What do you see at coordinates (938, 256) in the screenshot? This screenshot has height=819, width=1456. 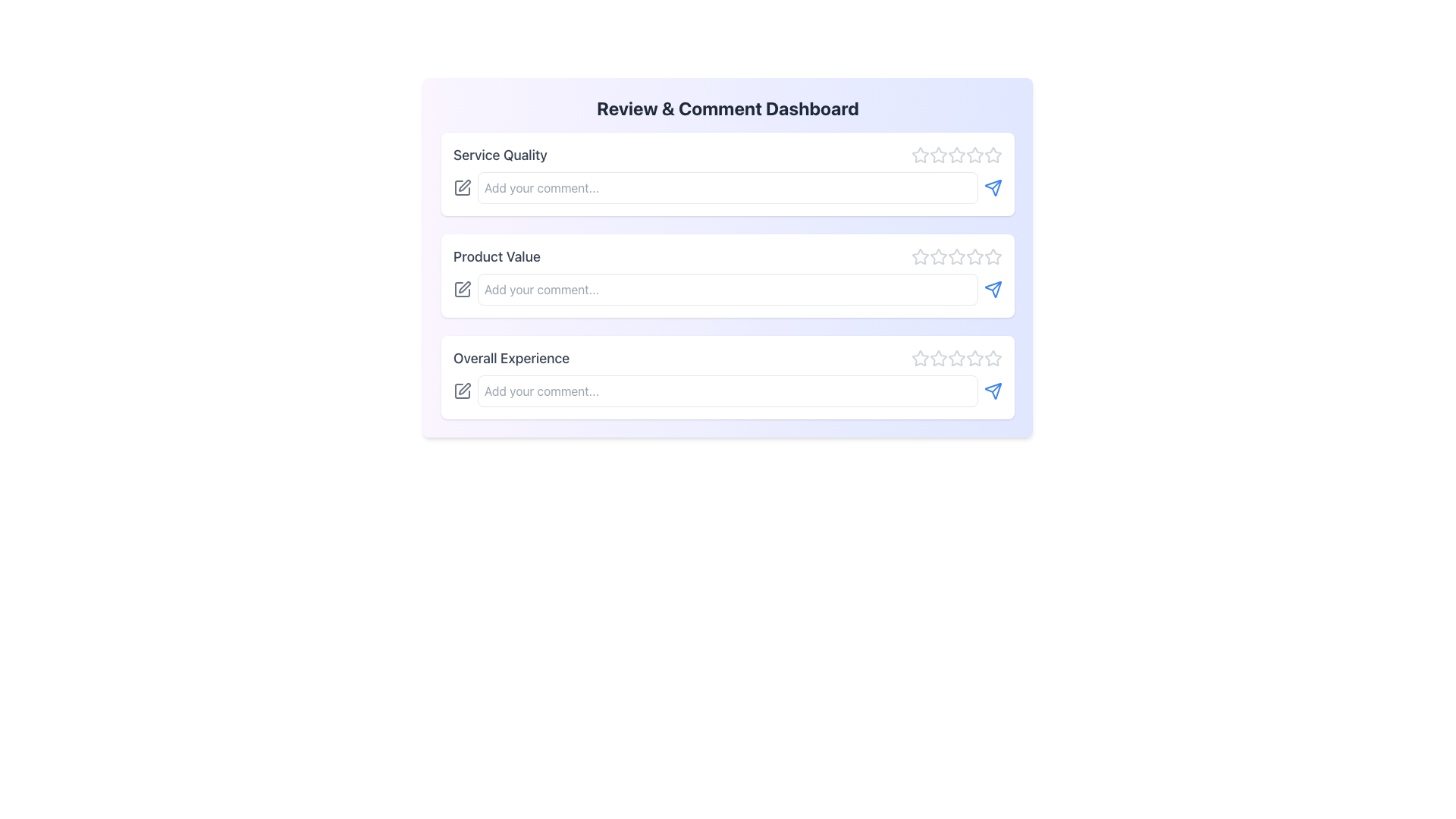 I see `the second star in the interactive rating system` at bounding box center [938, 256].